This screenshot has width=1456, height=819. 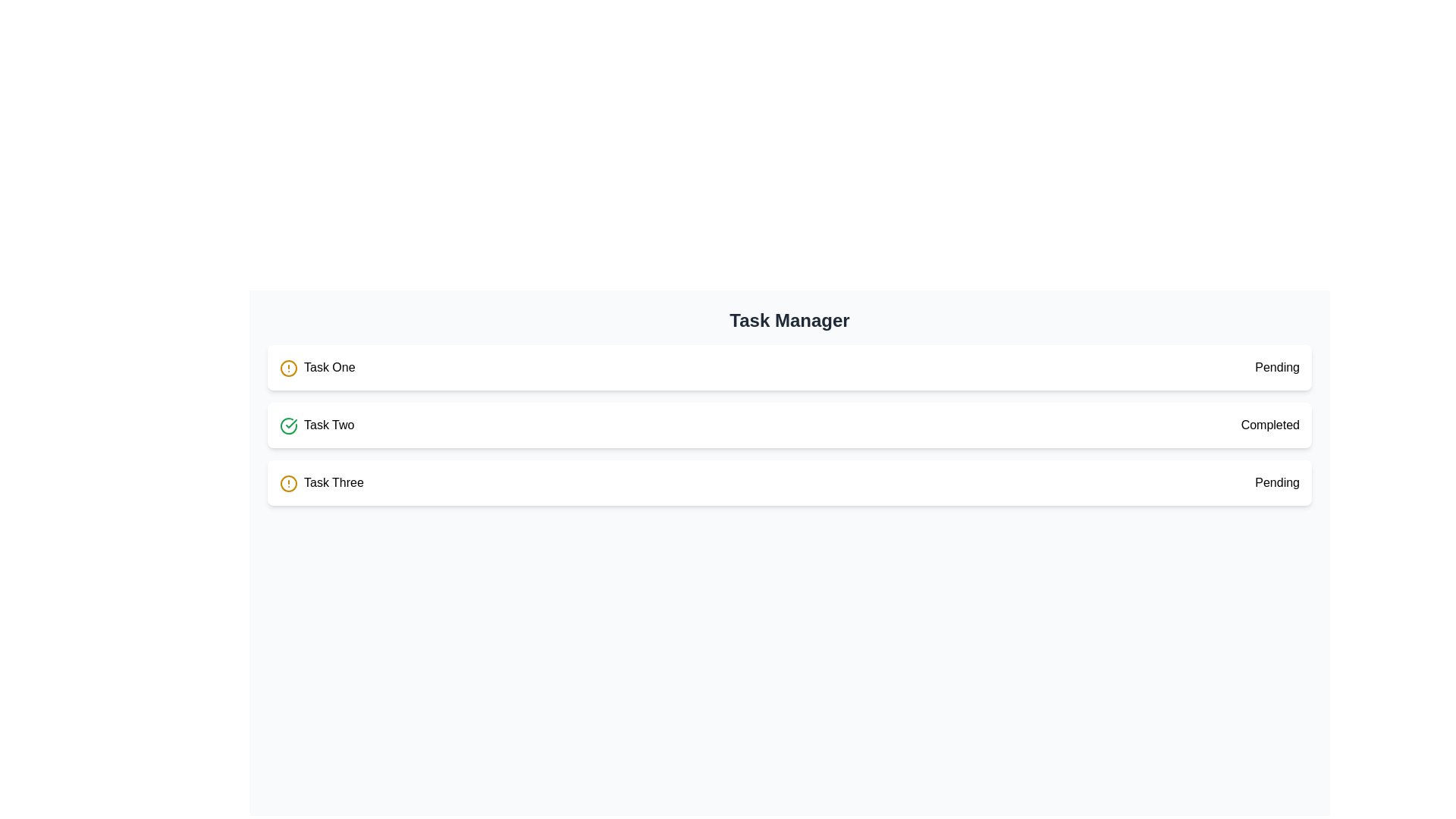 I want to click on the 'Task Two' text label, so click(x=316, y=425).